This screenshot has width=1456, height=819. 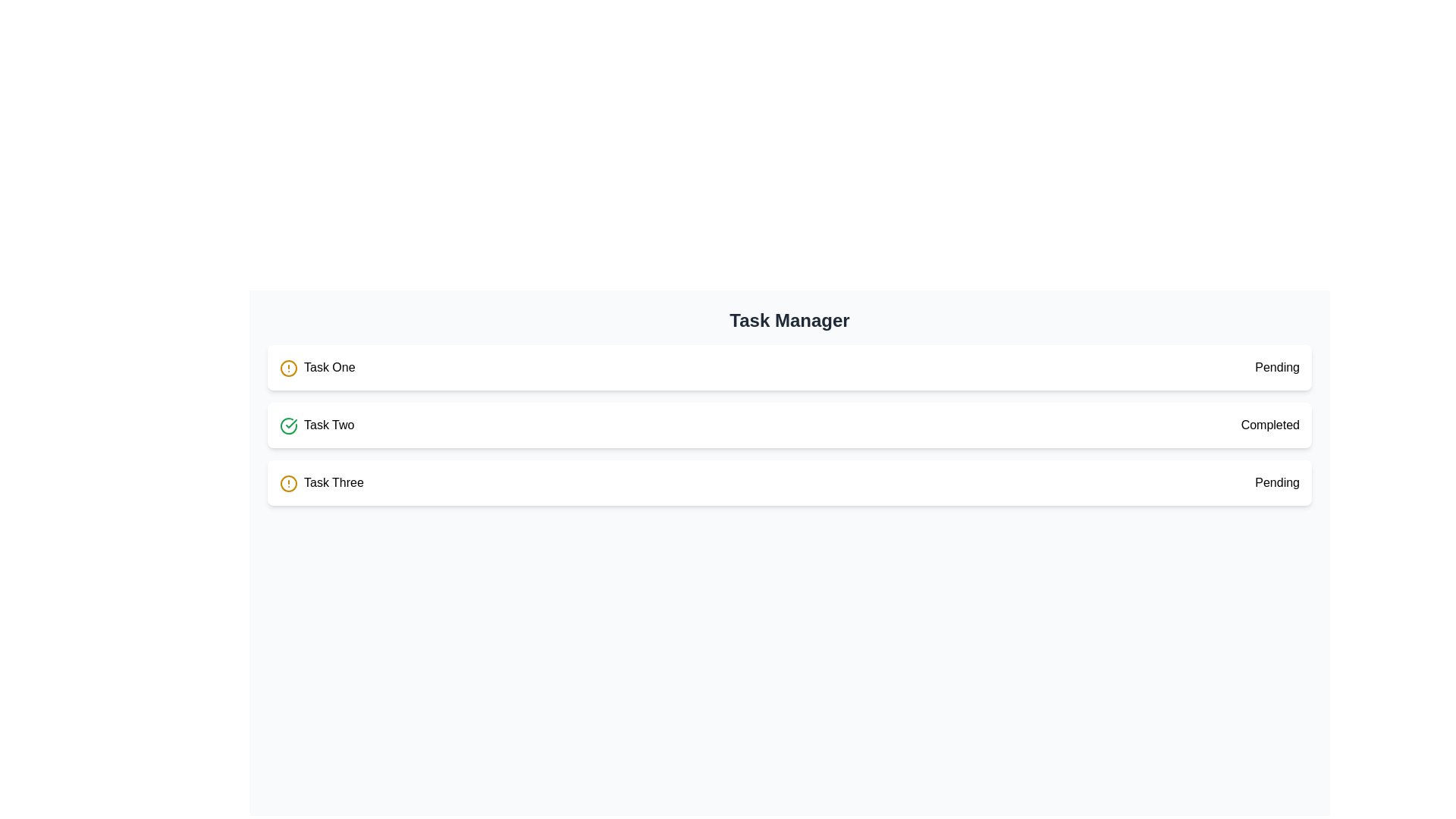 I want to click on the 'Task Two' text label, so click(x=316, y=425).